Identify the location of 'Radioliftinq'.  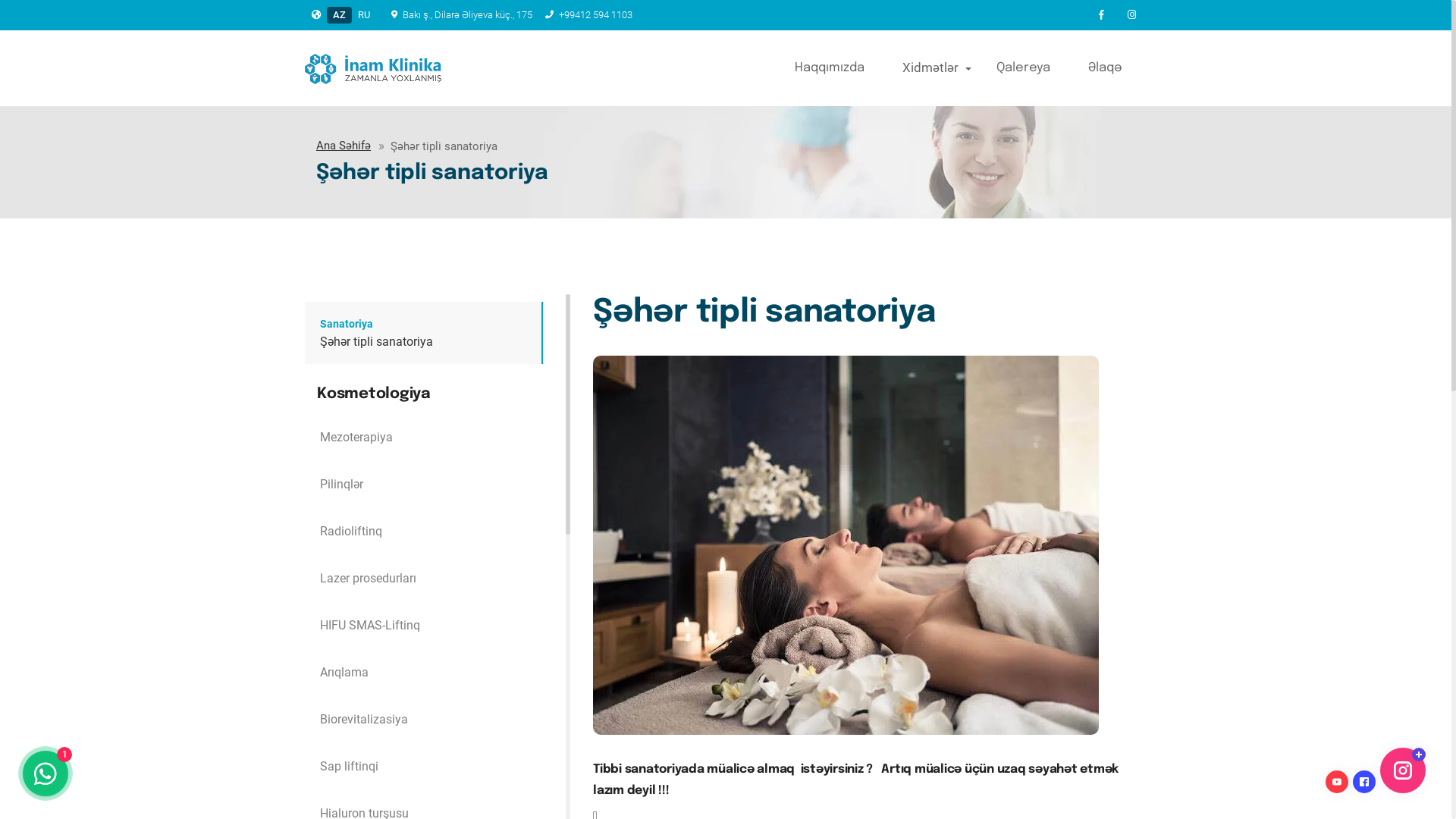
(423, 531).